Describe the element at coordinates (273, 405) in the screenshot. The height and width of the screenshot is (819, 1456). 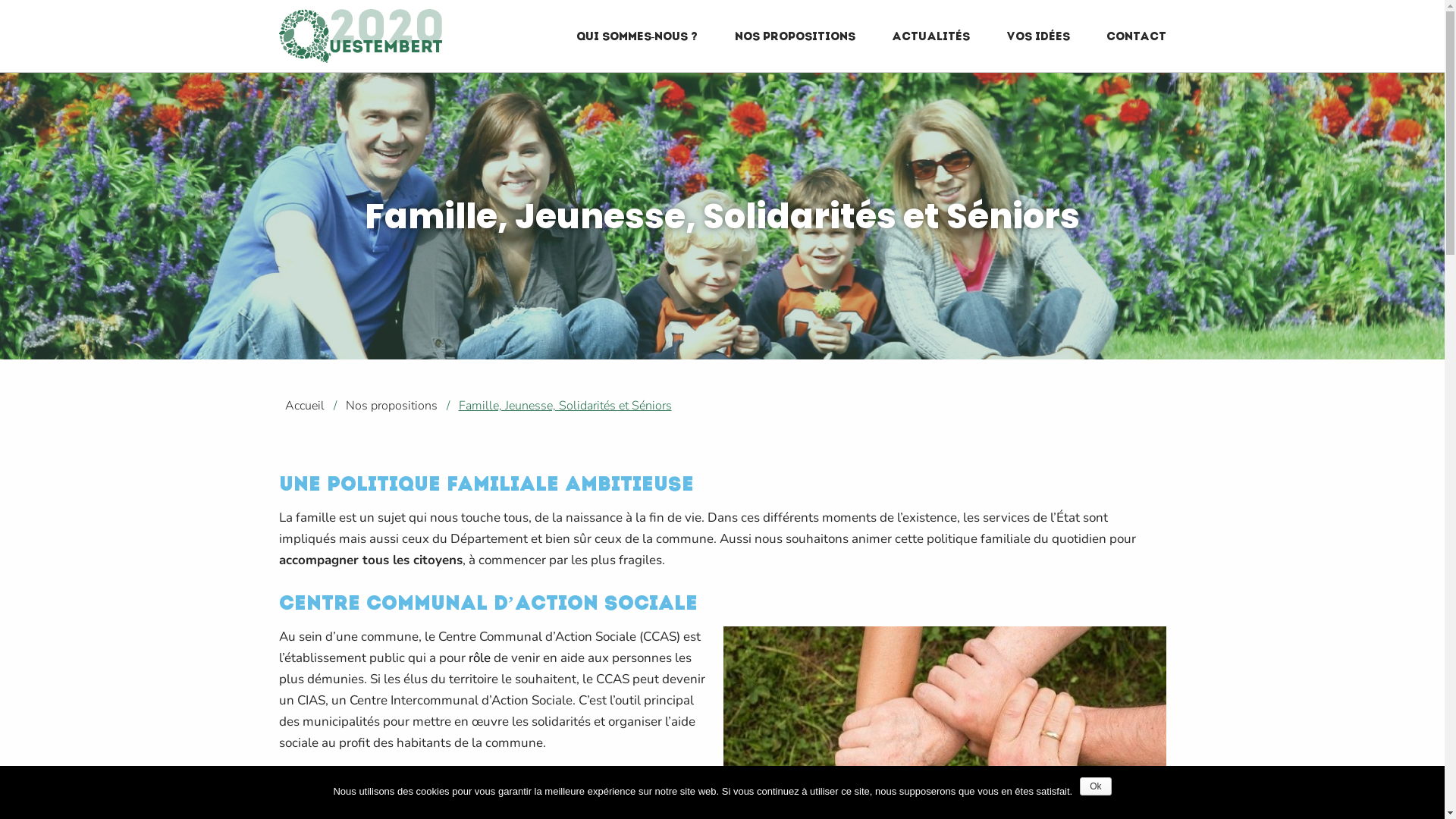
I see `'Accueil'` at that location.